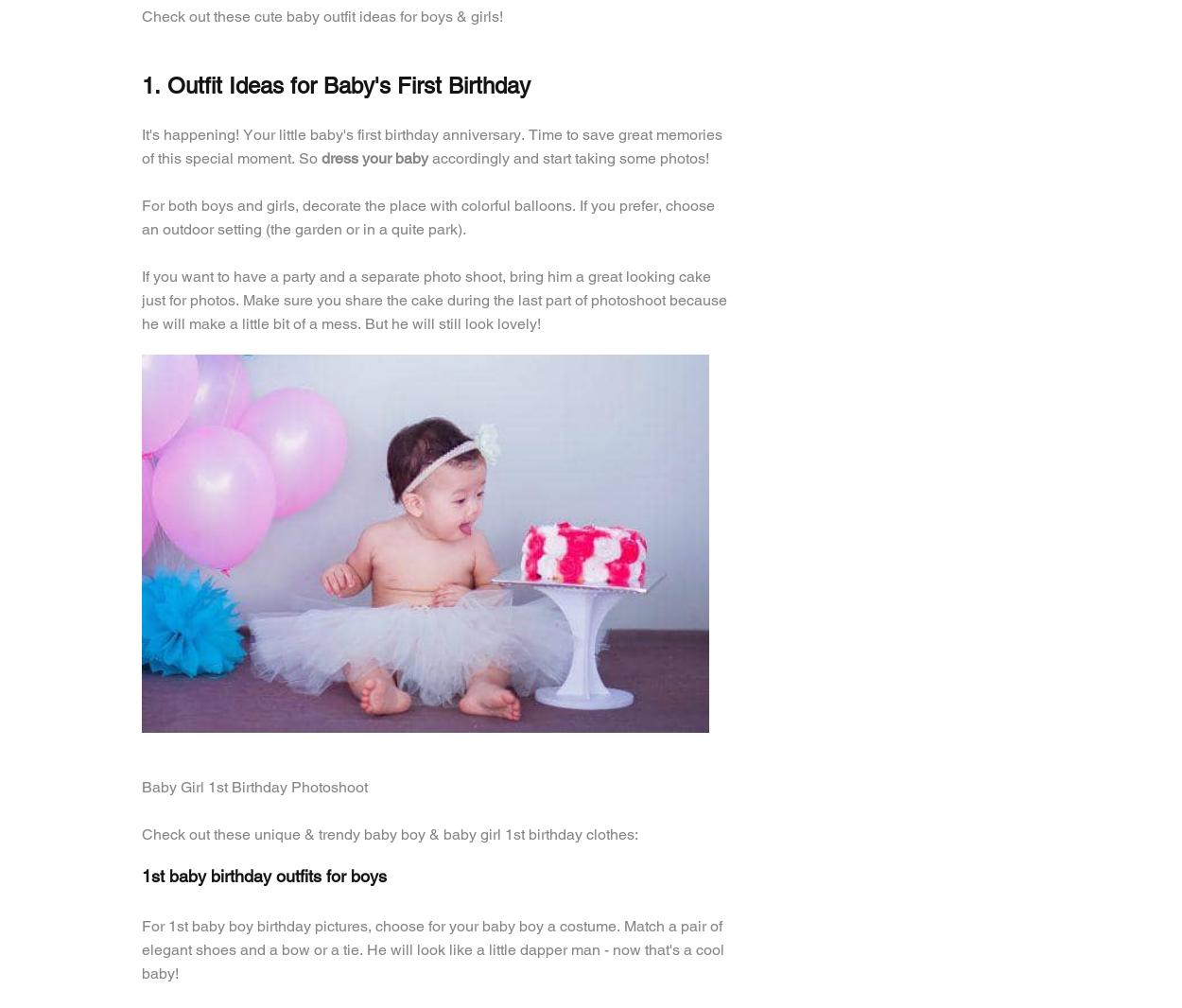 Image resolution: width=1182 pixels, height=1008 pixels. Describe the element at coordinates (373, 157) in the screenshot. I see `'dress your baby'` at that location.